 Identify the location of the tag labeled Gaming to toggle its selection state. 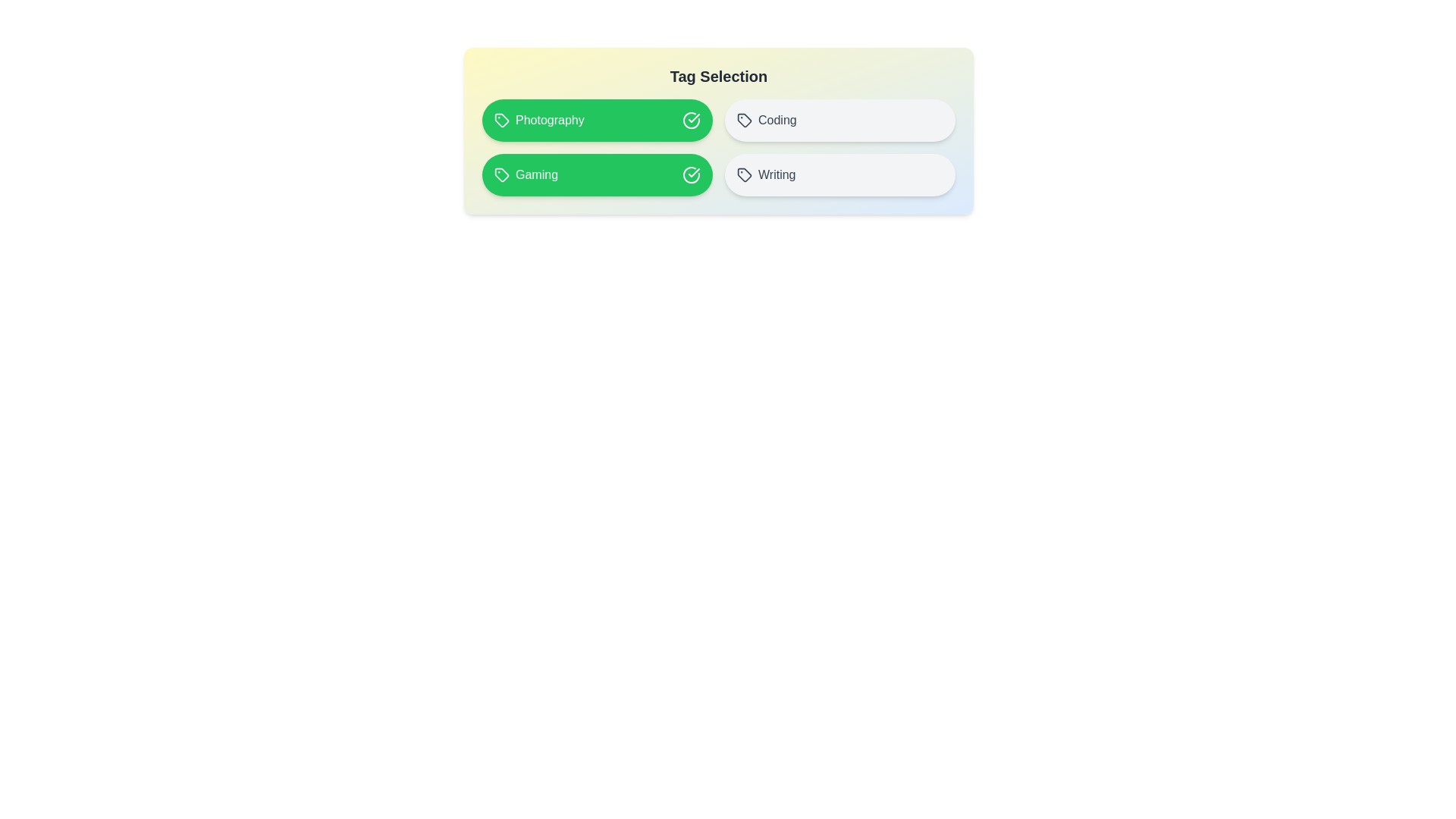
(596, 174).